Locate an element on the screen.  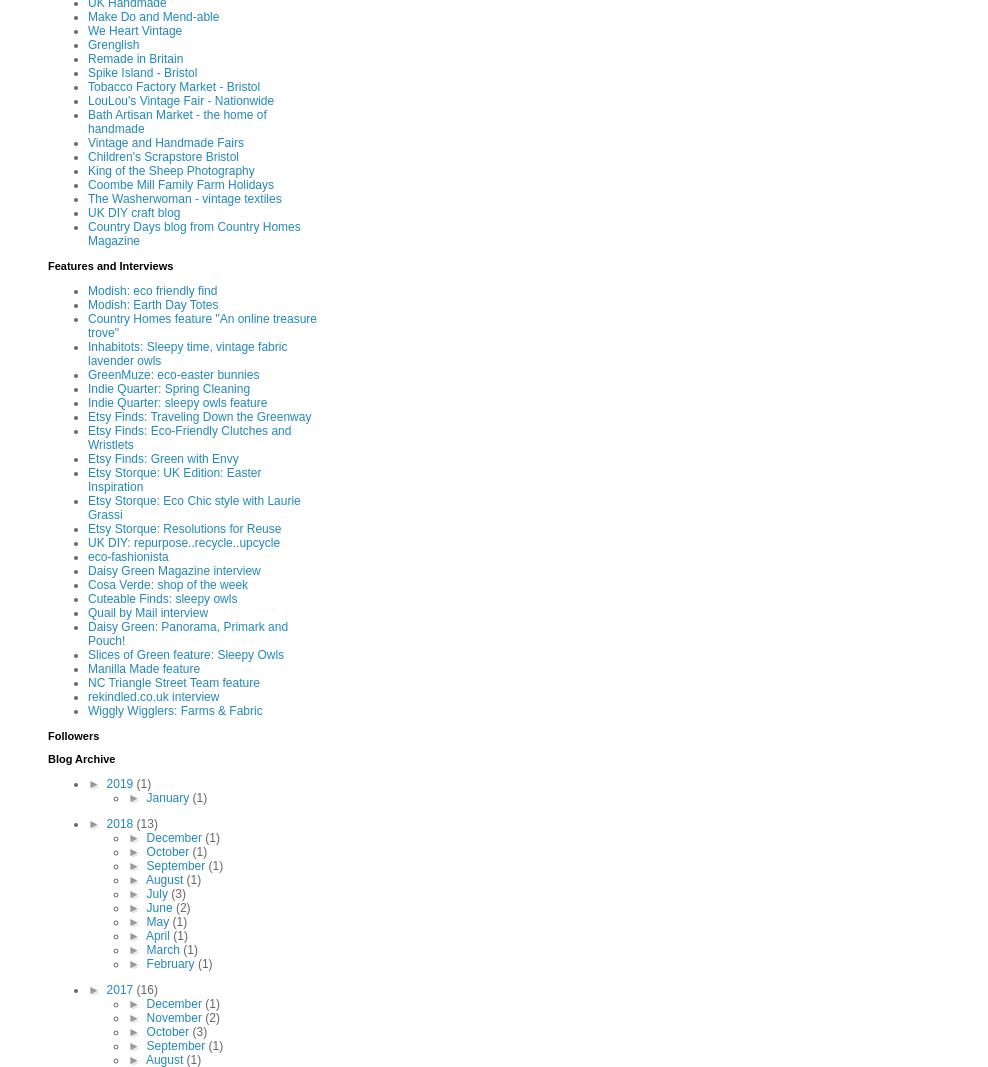
'Etsy Storque: Eco Chic style with Laurie Grassi' is located at coordinates (88, 506).